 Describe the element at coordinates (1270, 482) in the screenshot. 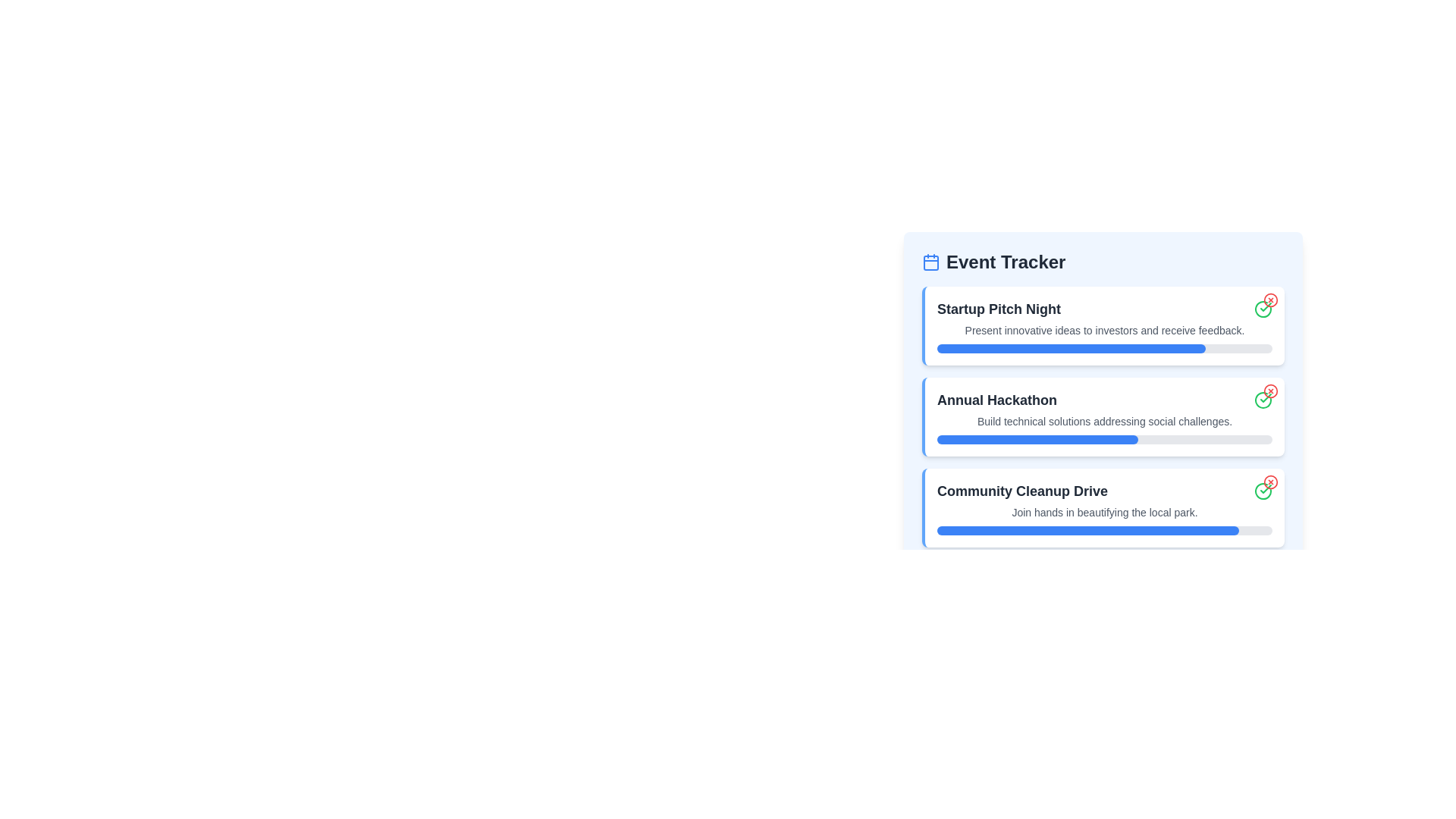

I see `the small red 'X' button in the top-right corner of the 'Community Cleanup Drive' card` at that location.